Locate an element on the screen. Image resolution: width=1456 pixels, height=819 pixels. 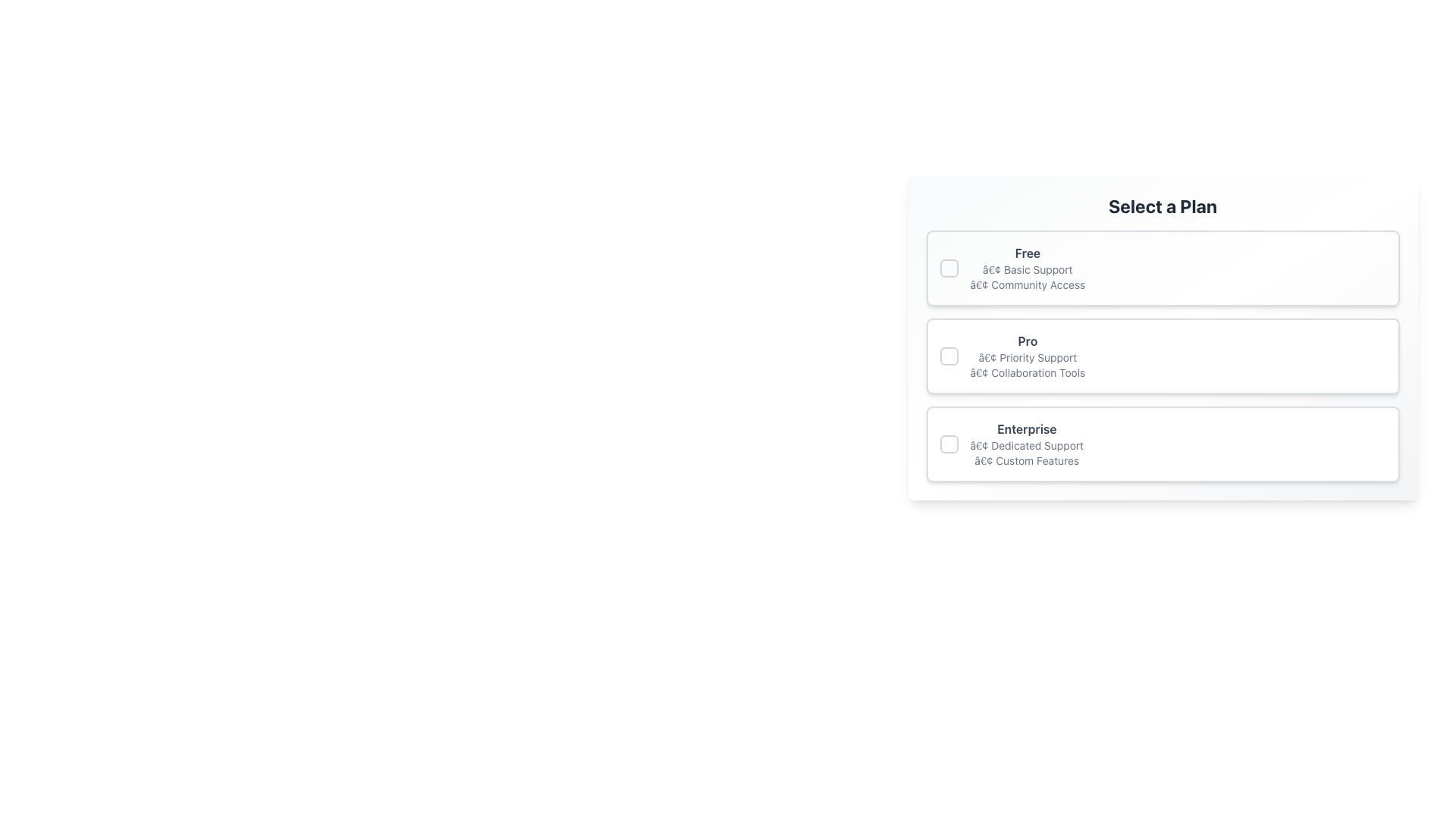
the 'Pro' tier Selection Card, which is the second card in a vertical list of three options within the 'Select a Plan' section is located at coordinates (1162, 337).